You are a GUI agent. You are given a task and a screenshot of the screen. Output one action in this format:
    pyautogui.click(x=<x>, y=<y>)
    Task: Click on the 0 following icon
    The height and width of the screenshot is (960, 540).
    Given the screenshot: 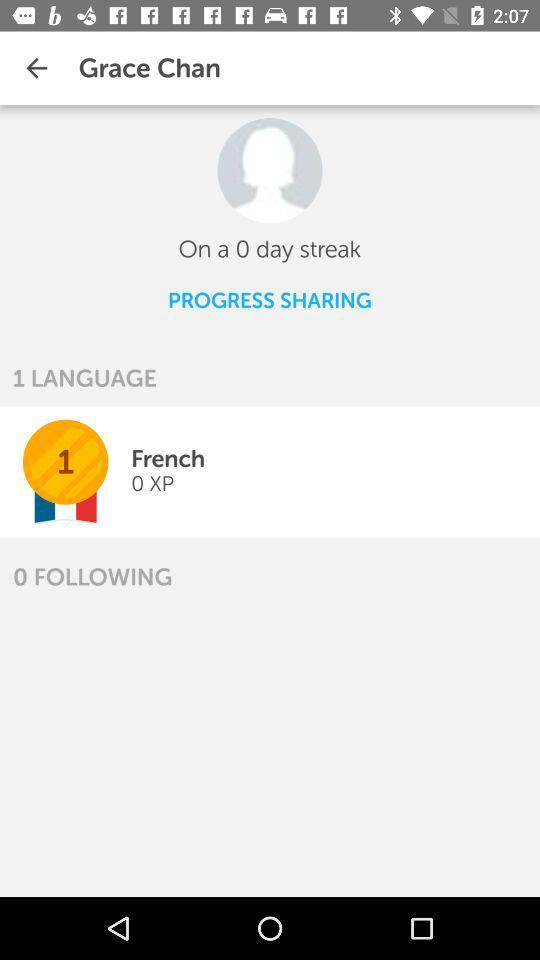 What is the action you would take?
    pyautogui.click(x=91, y=577)
    